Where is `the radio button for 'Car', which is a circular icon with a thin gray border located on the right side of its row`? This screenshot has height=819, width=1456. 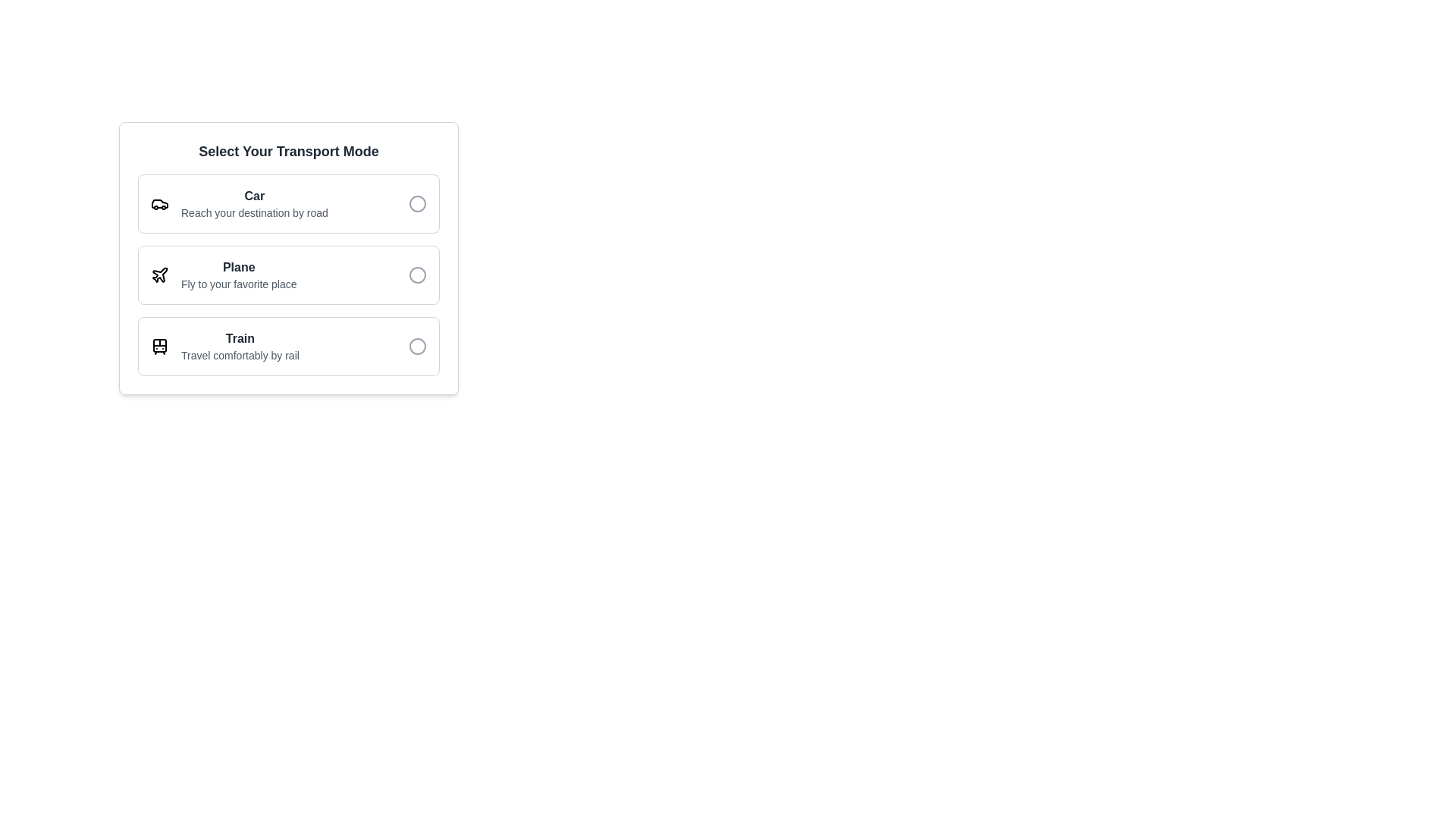 the radio button for 'Car', which is a circular icon with a thin gray border located on the right side of its row is located at coordinates (418, 203).